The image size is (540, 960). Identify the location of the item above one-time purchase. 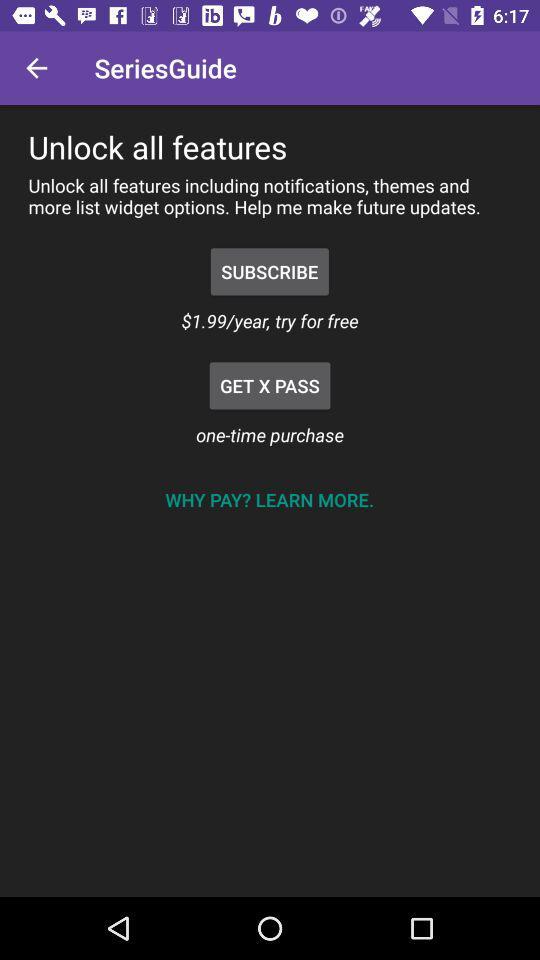
(270, 384).